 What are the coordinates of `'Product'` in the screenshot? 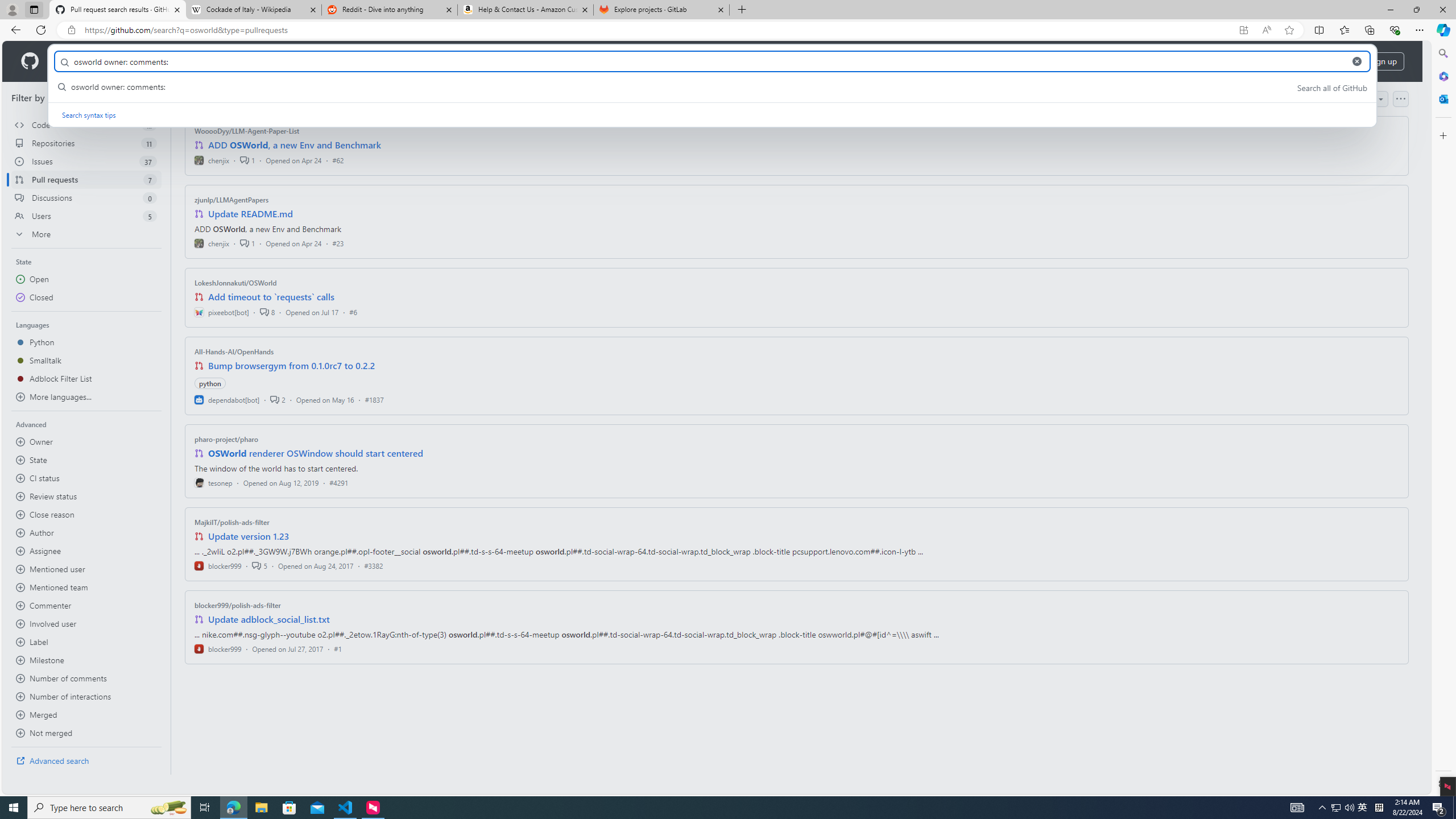 It's located at (74, 61).